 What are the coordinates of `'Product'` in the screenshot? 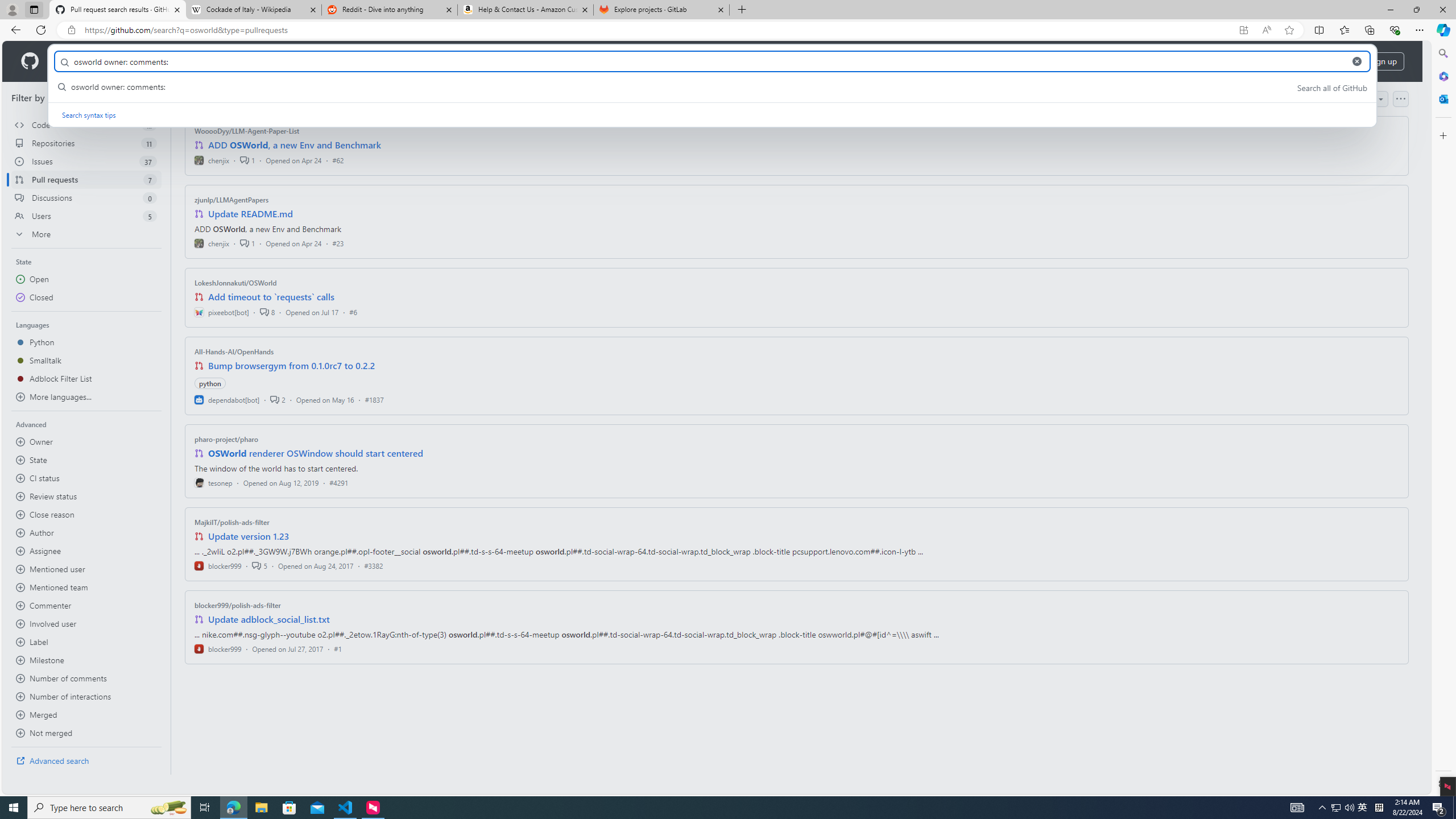 It's located at (74, 61).